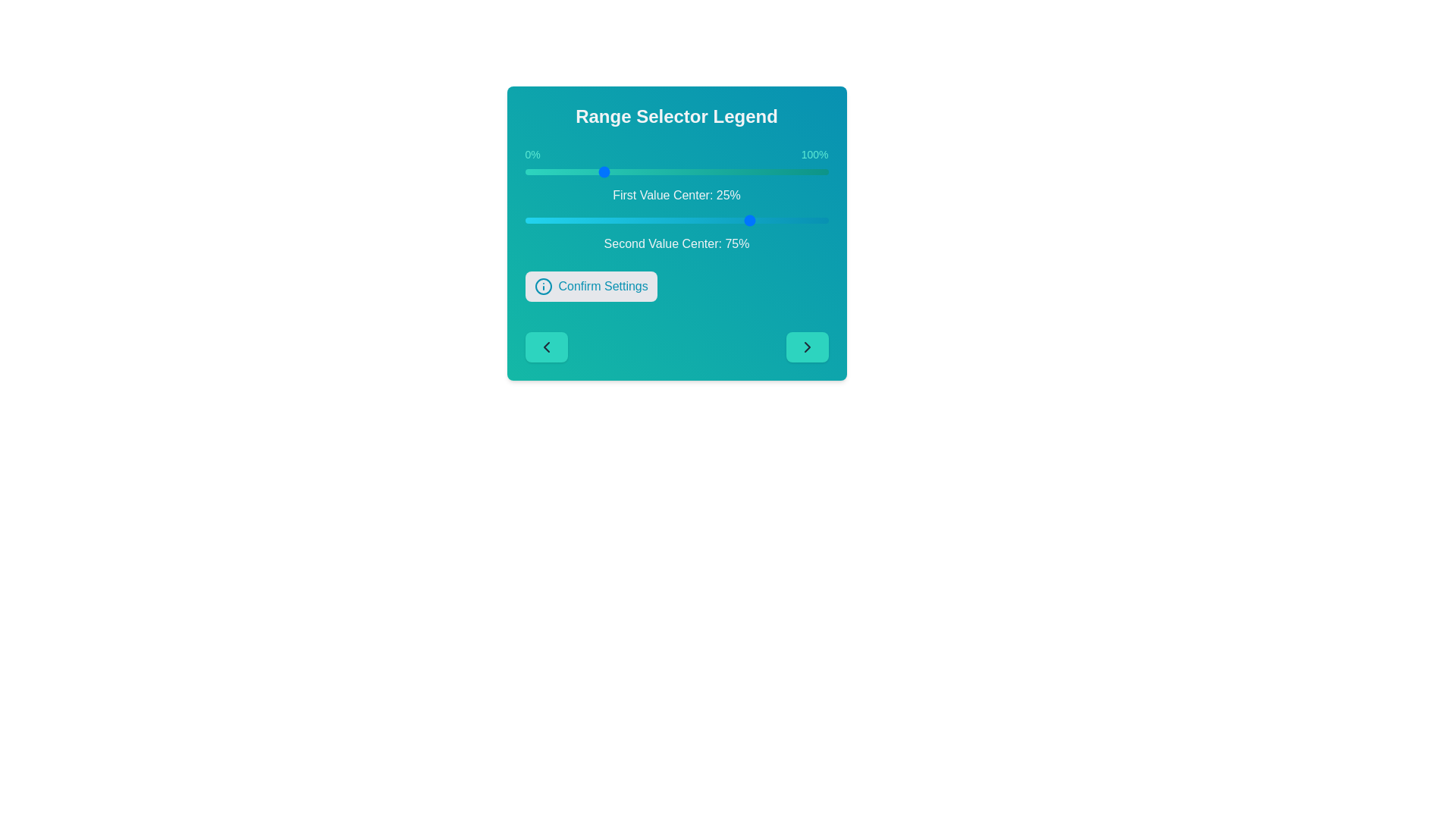 The image size is (1456, 819). I want to click on the slider value, so click(746, 171).